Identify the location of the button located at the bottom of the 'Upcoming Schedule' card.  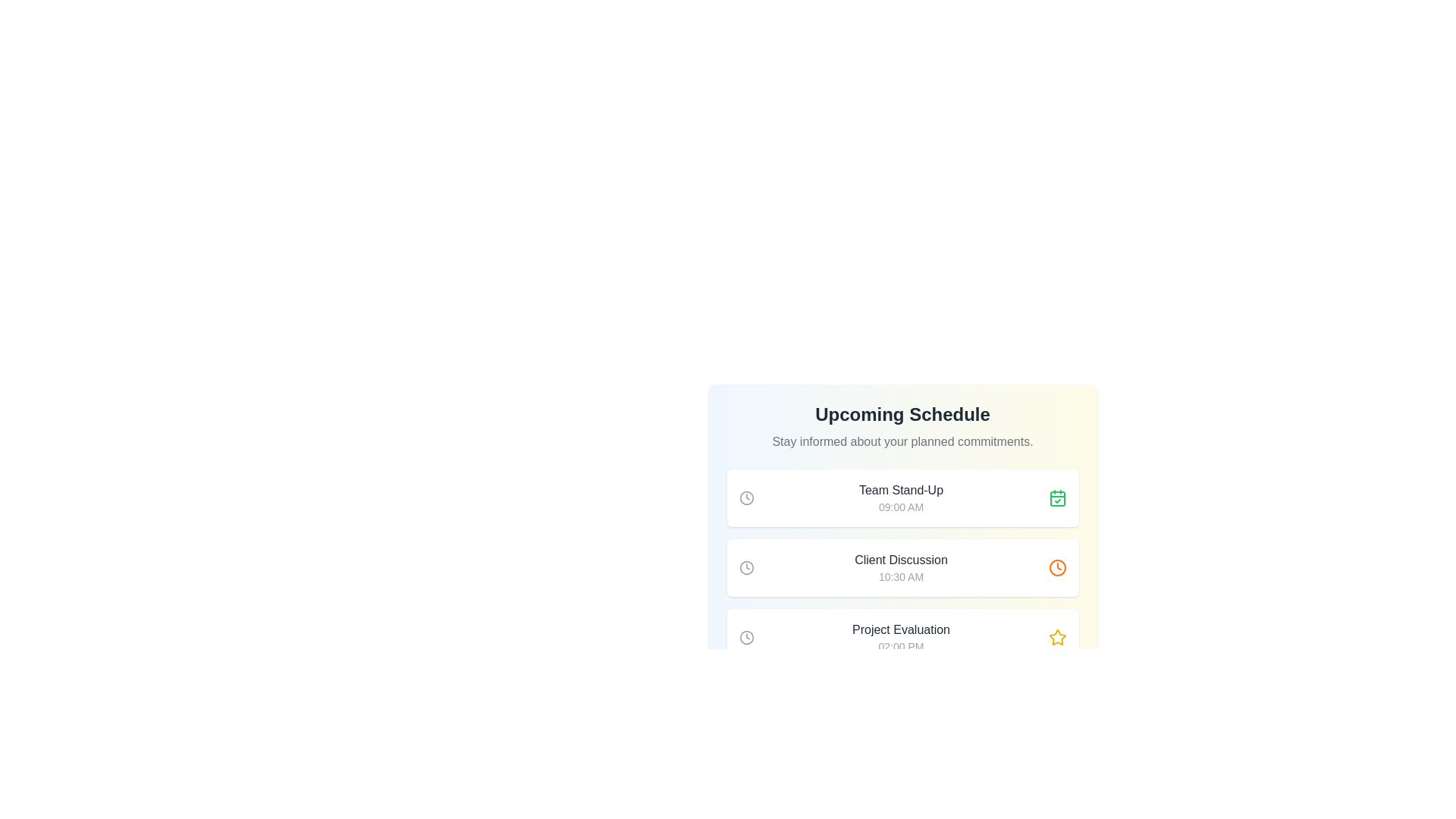
(902, 699).